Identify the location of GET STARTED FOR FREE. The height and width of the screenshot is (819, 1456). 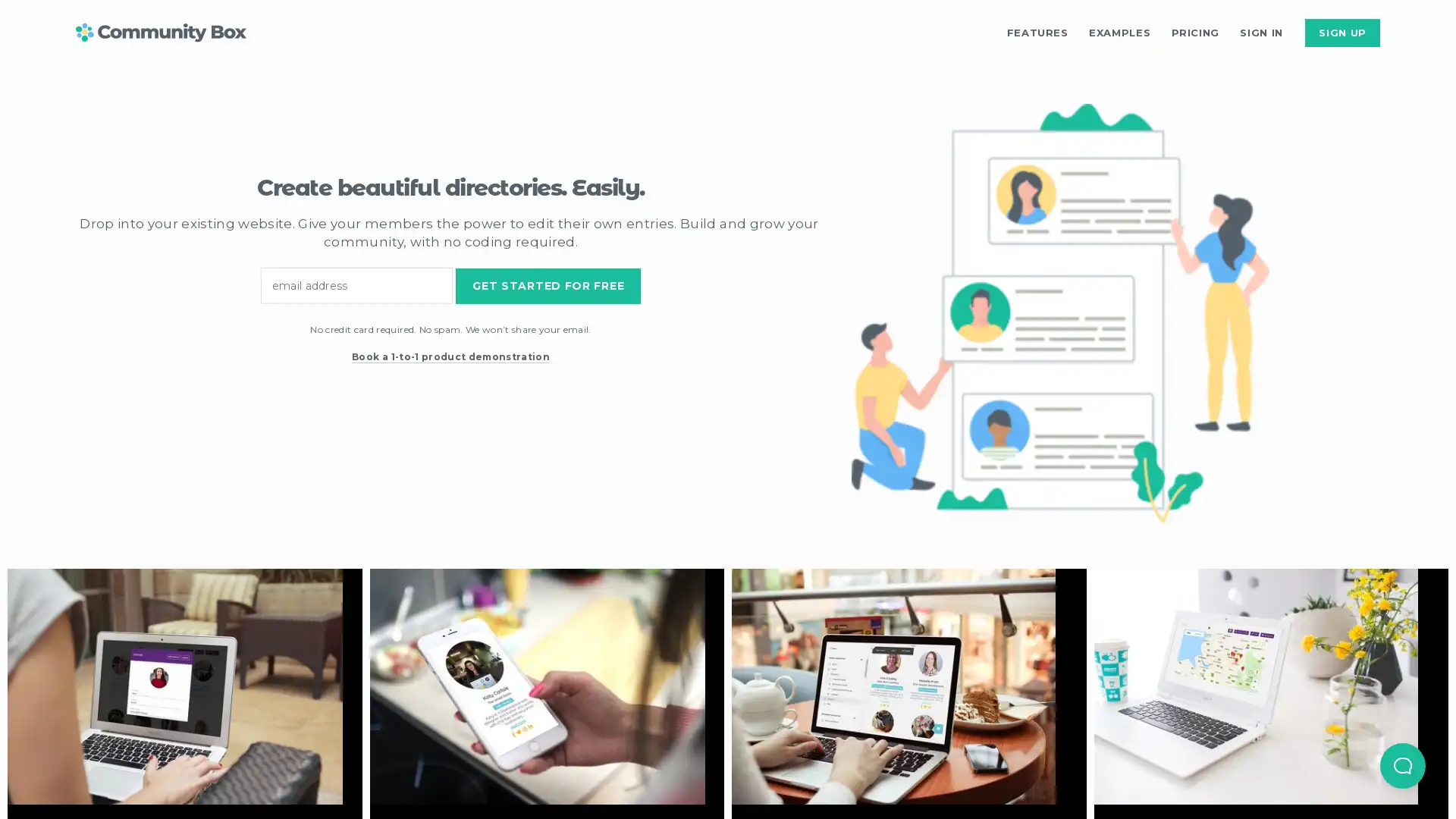
(548, 285).